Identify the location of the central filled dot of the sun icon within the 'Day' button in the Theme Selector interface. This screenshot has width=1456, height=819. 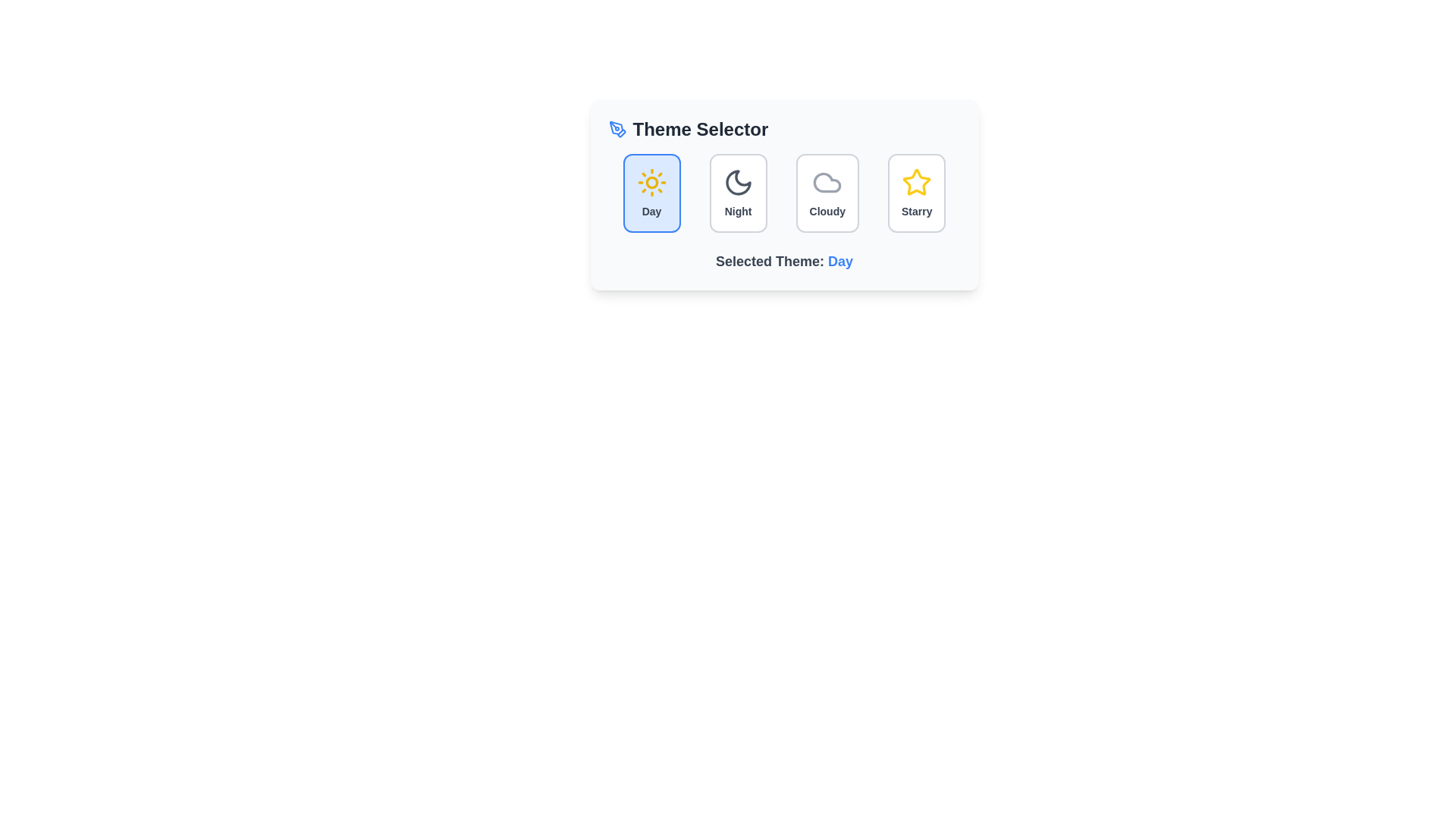
(651, 181).